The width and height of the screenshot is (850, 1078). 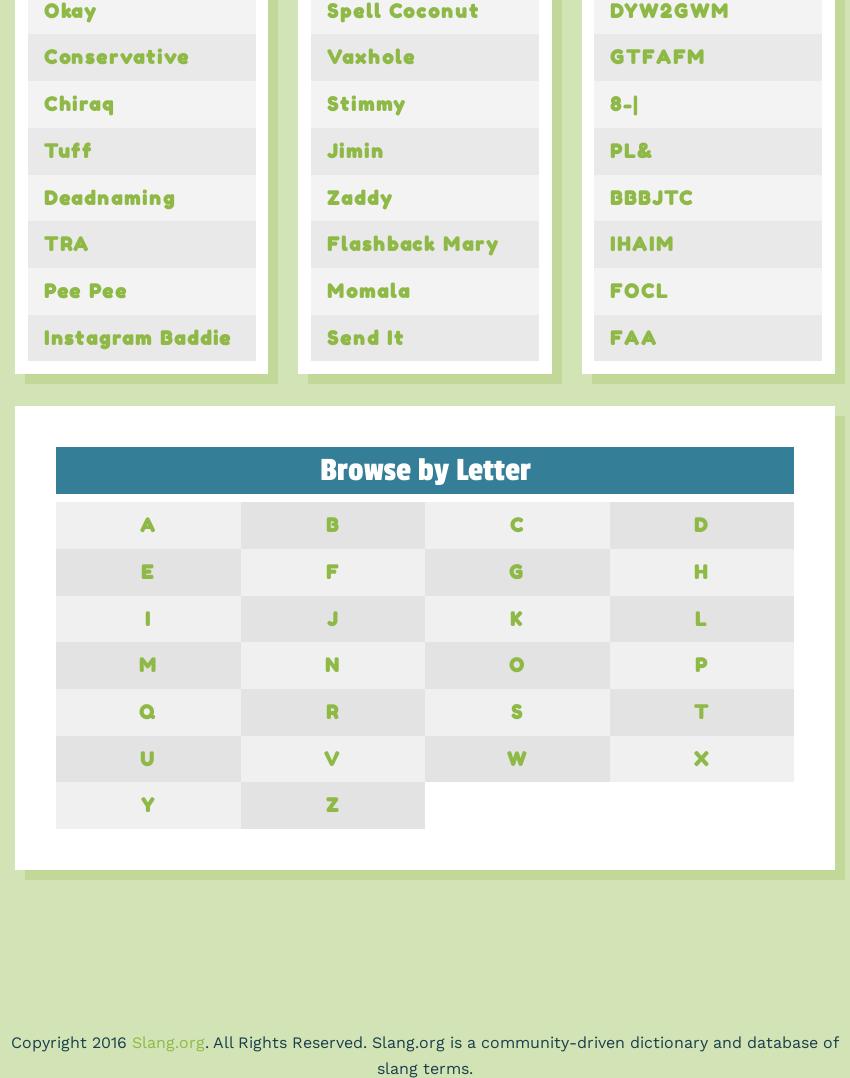 What do you see at coordinates (520, 1055) in the screenshot?
I see `'. All Rights Reserved. Slang.org is a community-driven dictionary and database of slang terms.'` at bounding box center [520, 1055].